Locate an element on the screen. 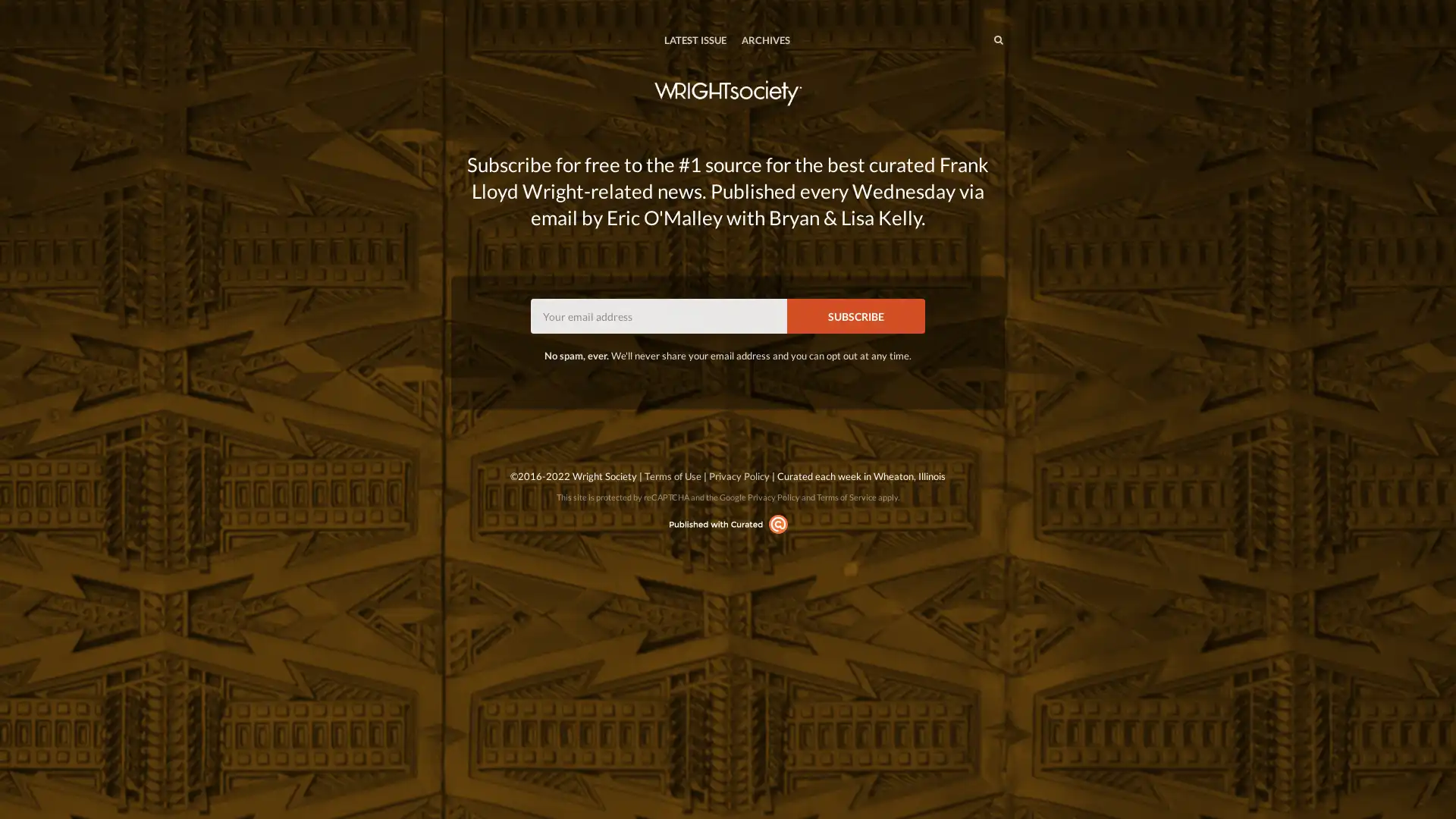 The width and height of the screenshot is (1456, 819). TOGGLE MENU is located at coordinates (453, 11).